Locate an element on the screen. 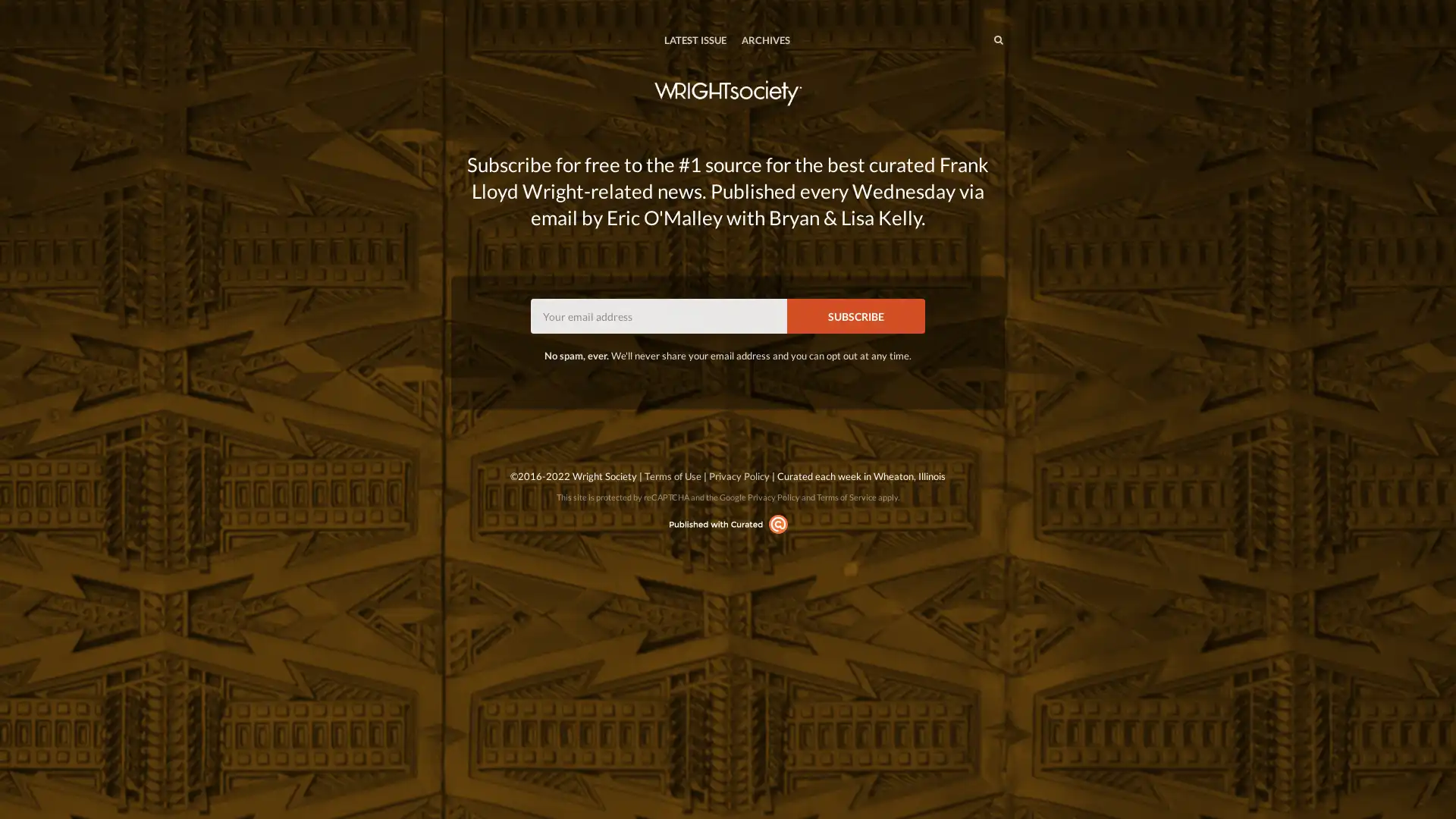 The width and height of the screenshot is (1456, 819). TOGGLE MENU is located at coordinates (453, 11).